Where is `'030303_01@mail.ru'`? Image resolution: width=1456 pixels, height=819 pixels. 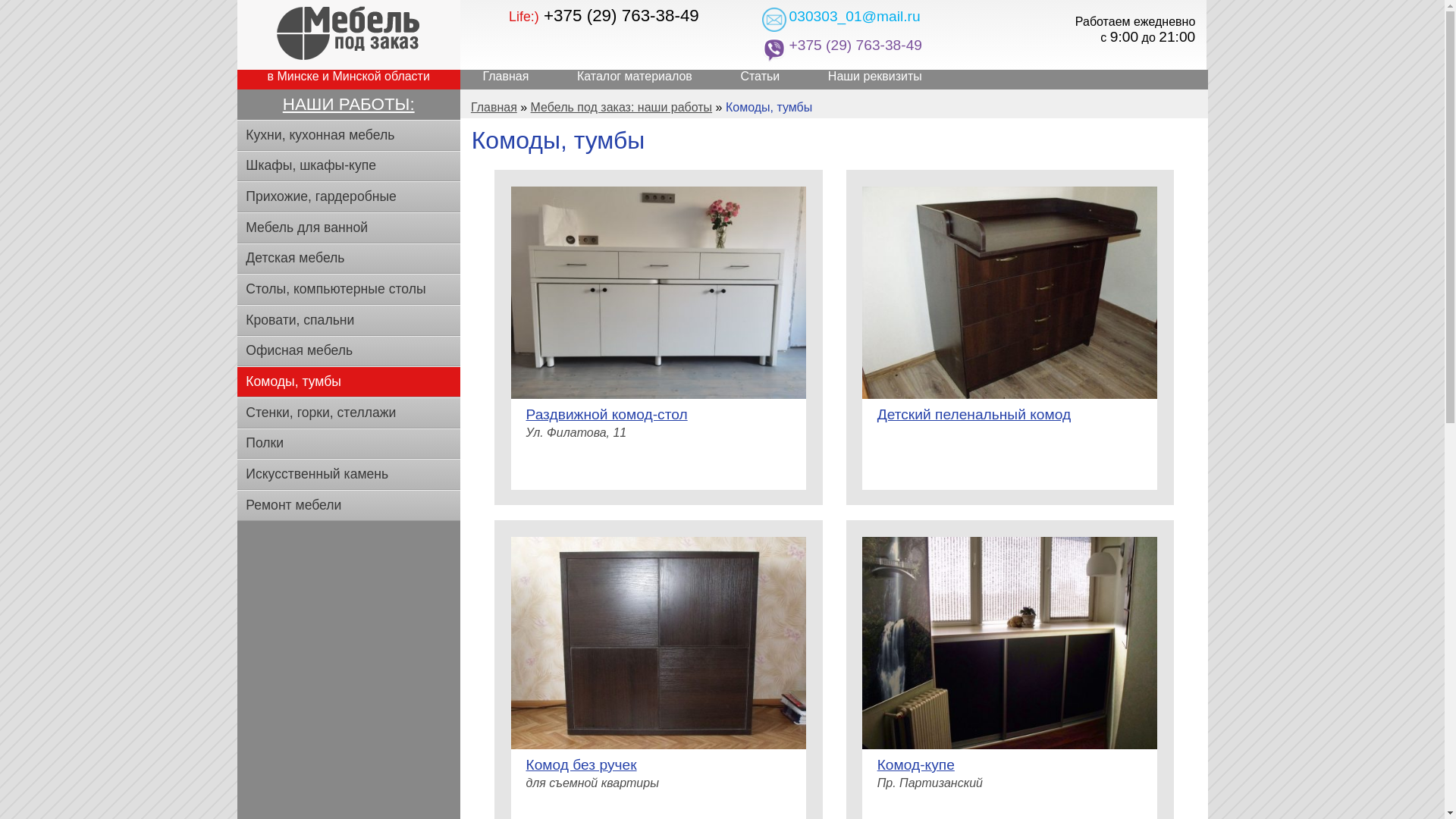 '030303_01@mail.ru' is located at coordinates (855, 16).